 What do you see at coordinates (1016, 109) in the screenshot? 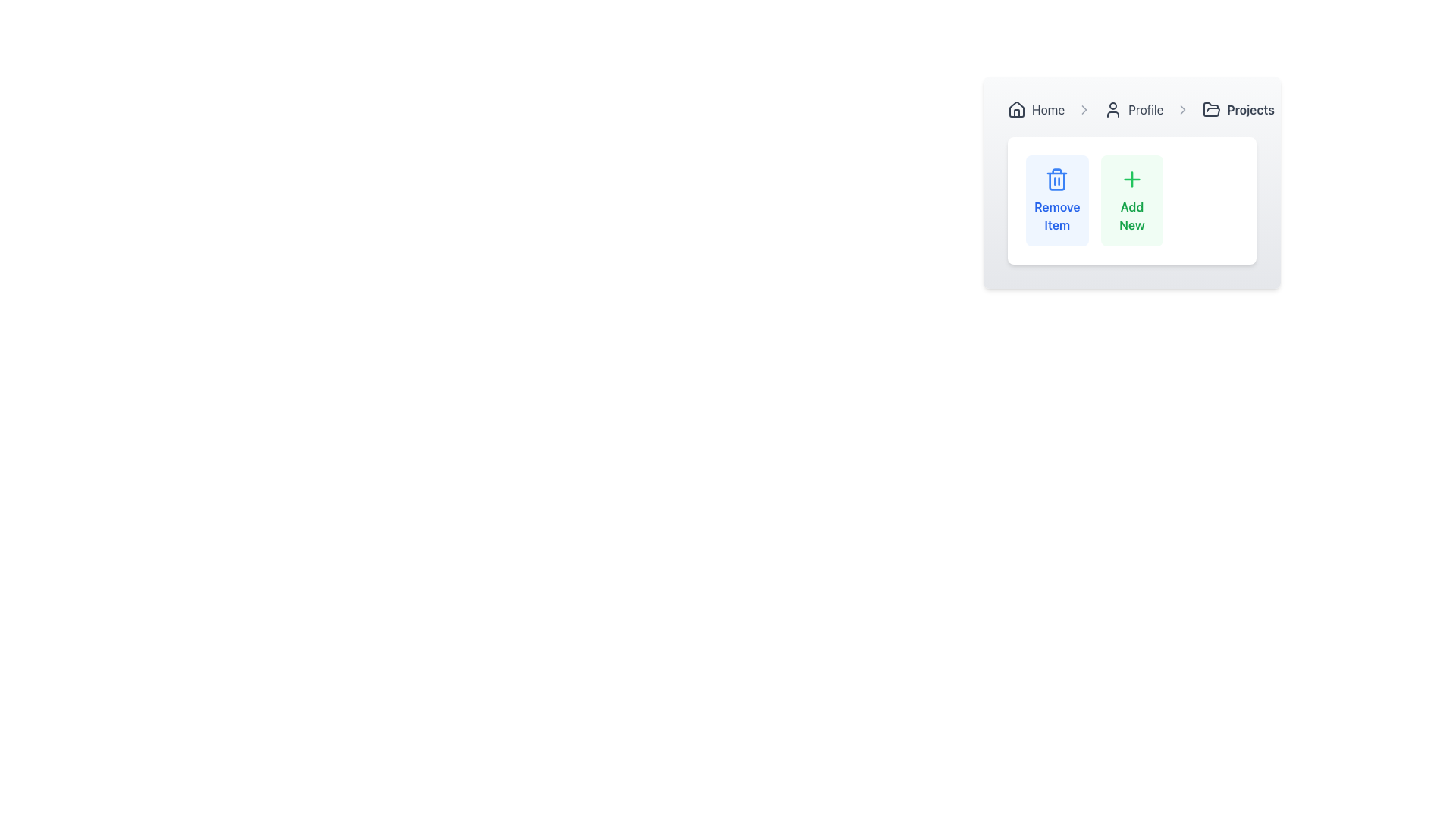
I see `the 'Home' SVG icon in the breadcrumb navigation menu, which is positioned to the left of the 'Home' label` at bounding box center [1016, 109].